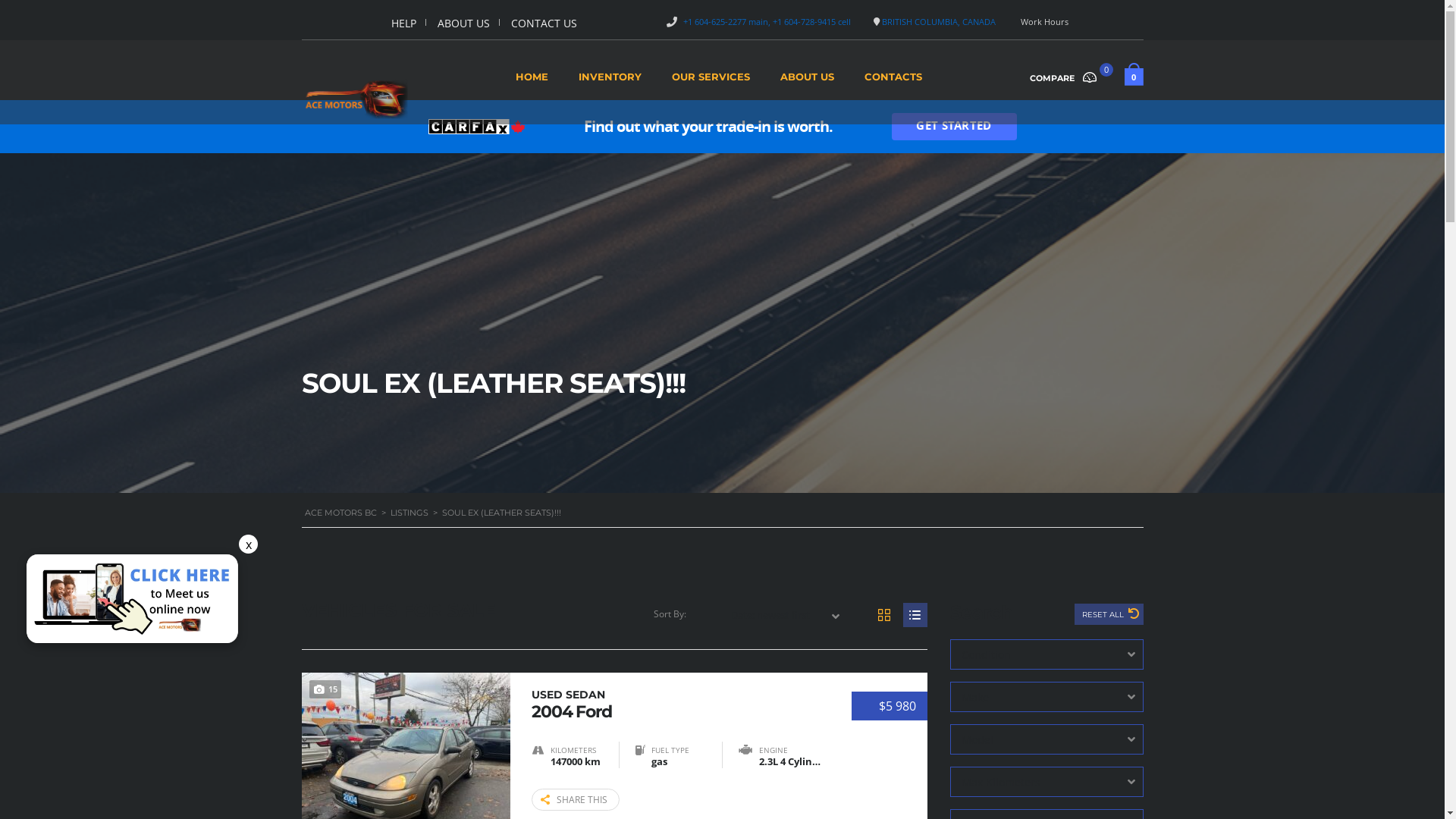 This screenshot has height=819, width=1456. Describe the element at coordinates (953, 125) in the screenshot. I see `'GET STARTED'` at that location.